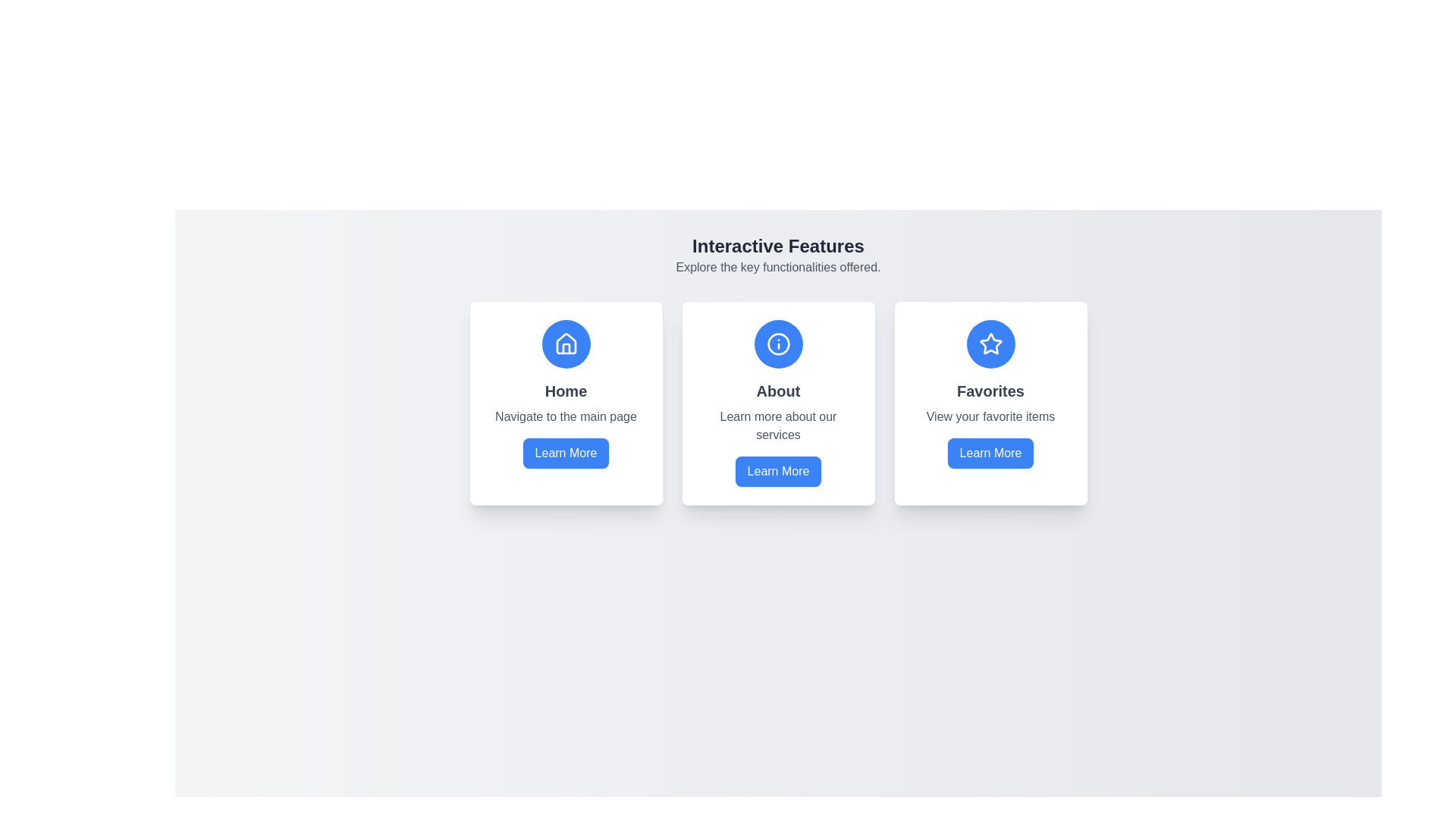  What do you see at coordinates (565, 344) in the screenshot?
I see `the home icon located above the text 'Home' within the first card of three, serving as a visual indicator for the home functionality` at bounding box center [565, 344].